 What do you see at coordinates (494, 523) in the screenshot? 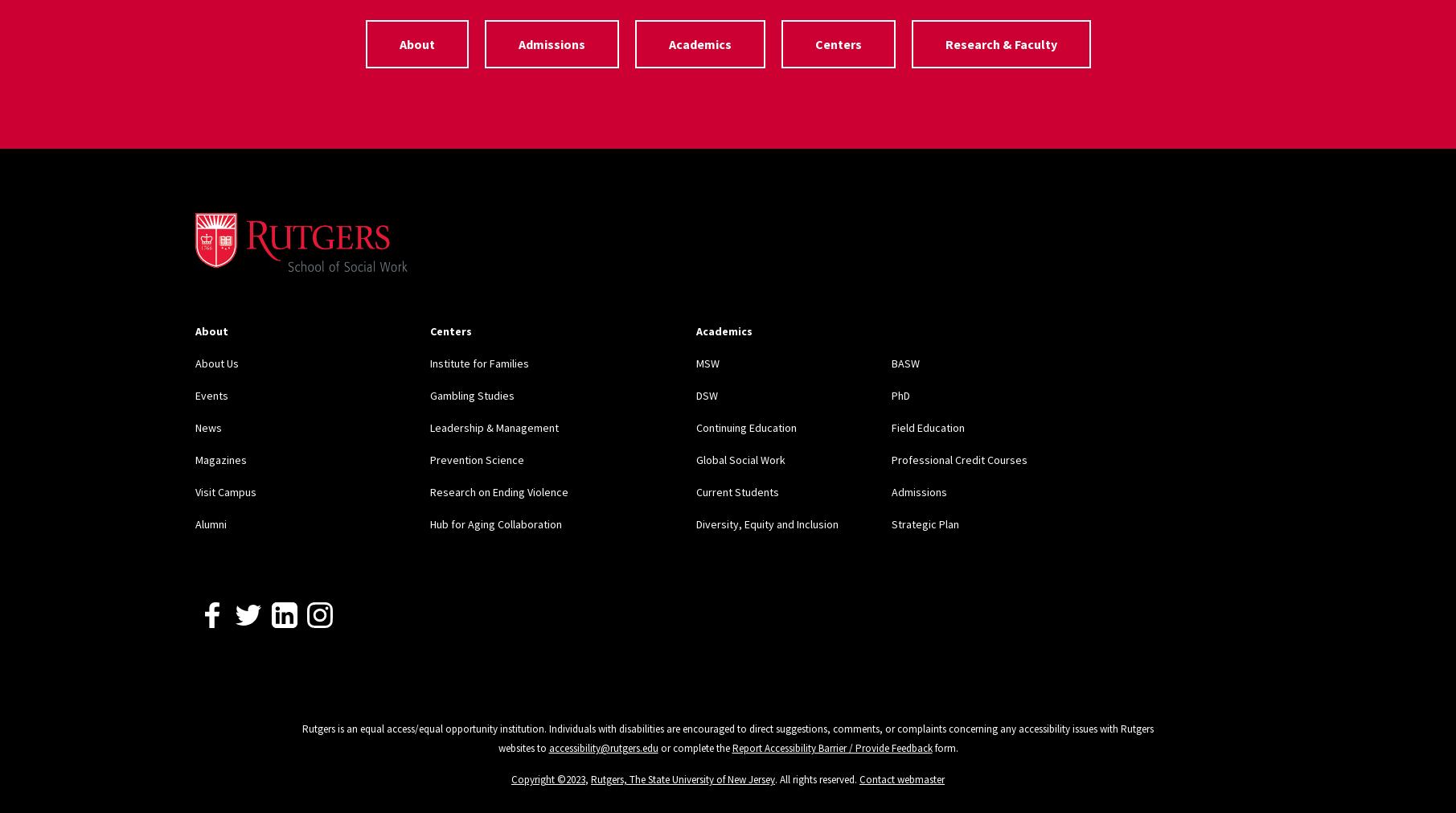
I see `'Hub for Aging Collaboration'` at bounding box center [494, 523].